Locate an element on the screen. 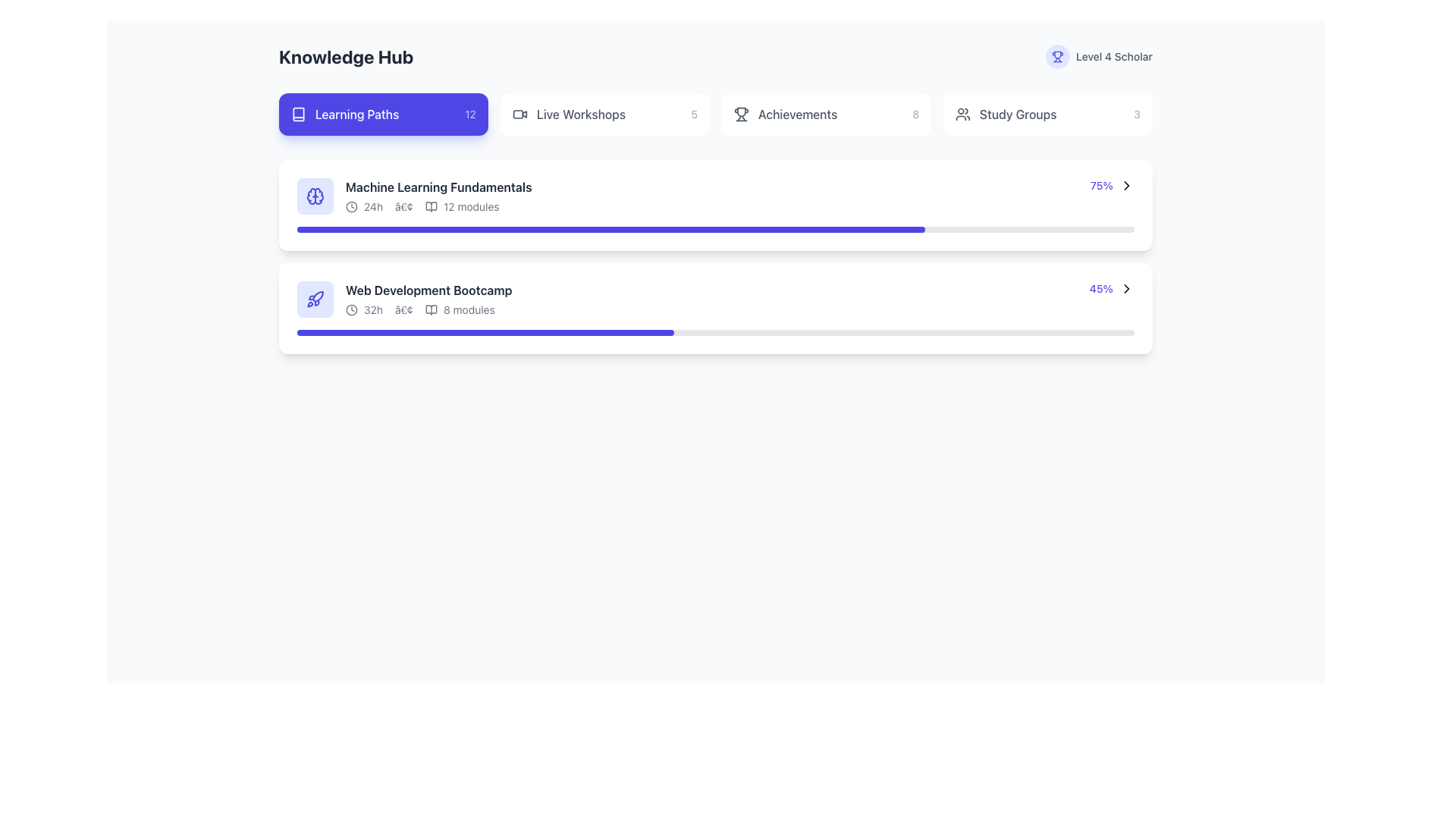 The height and width of the screenshot is (819, 1456). the forward navigation indicator icon located to the right of the text '45%' is located at coordinates (1127, 289).